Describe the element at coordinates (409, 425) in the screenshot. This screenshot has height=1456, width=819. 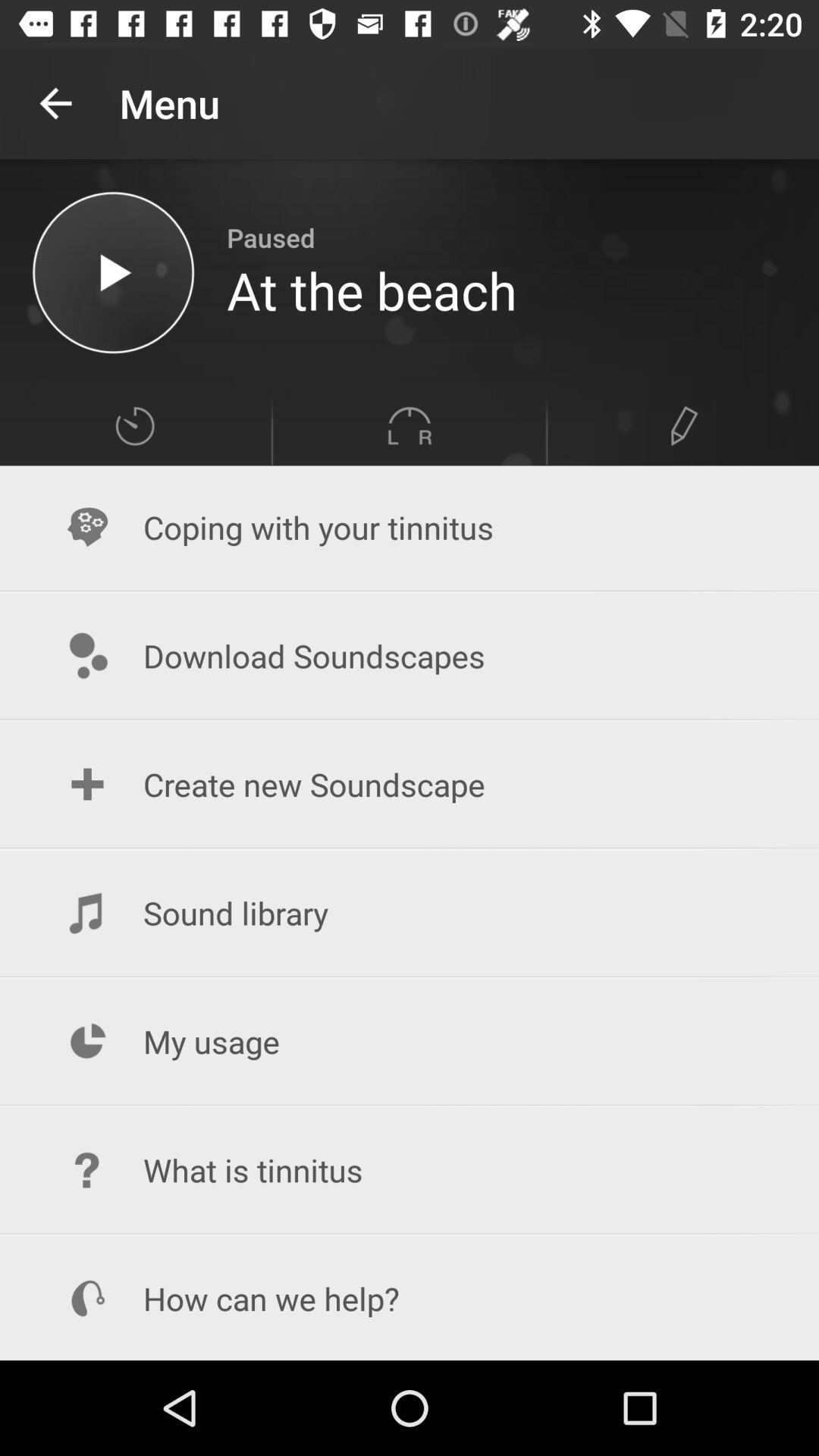
I see `icon above the coping with your` at that location.